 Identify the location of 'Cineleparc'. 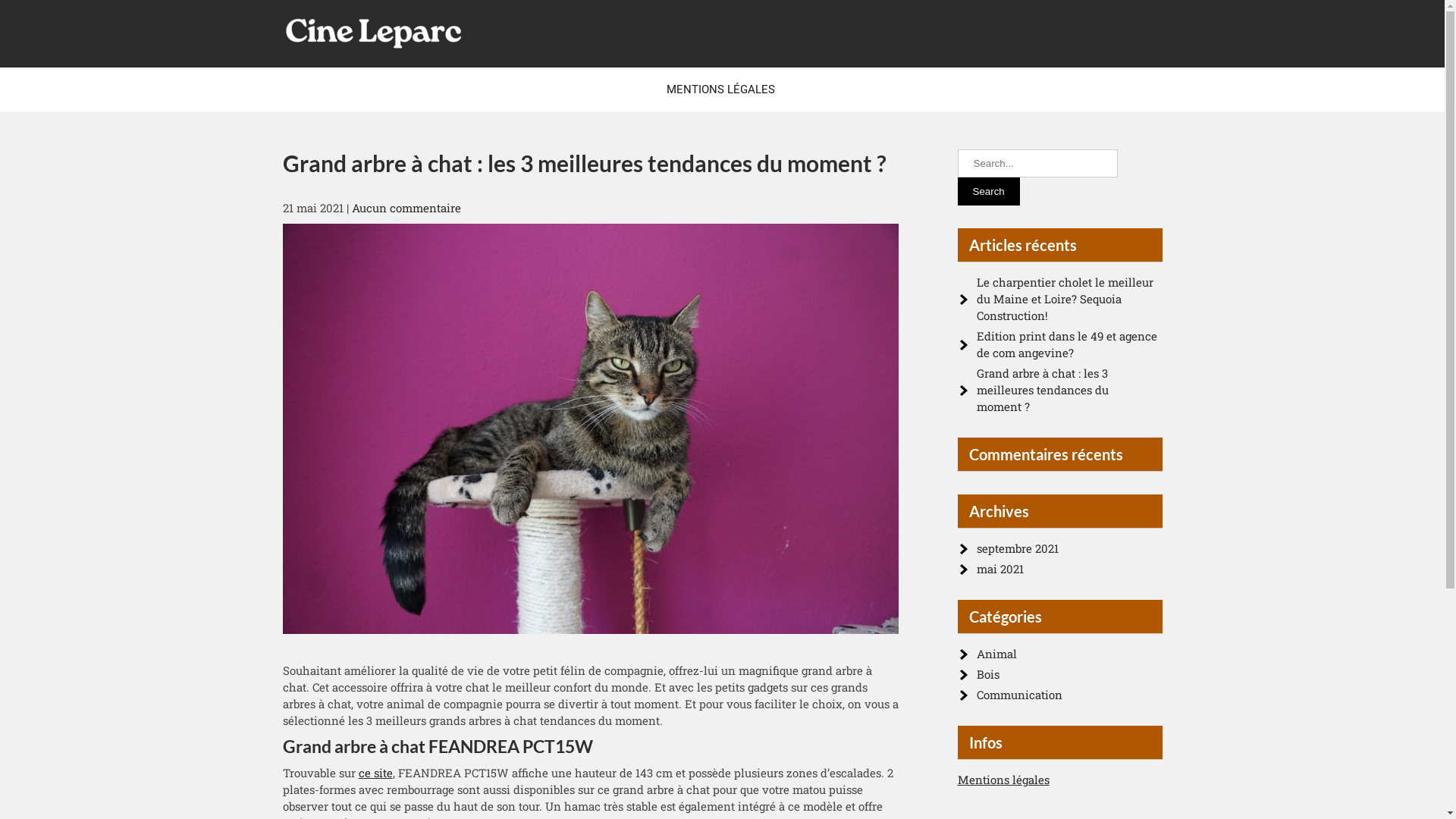
(344, 69).